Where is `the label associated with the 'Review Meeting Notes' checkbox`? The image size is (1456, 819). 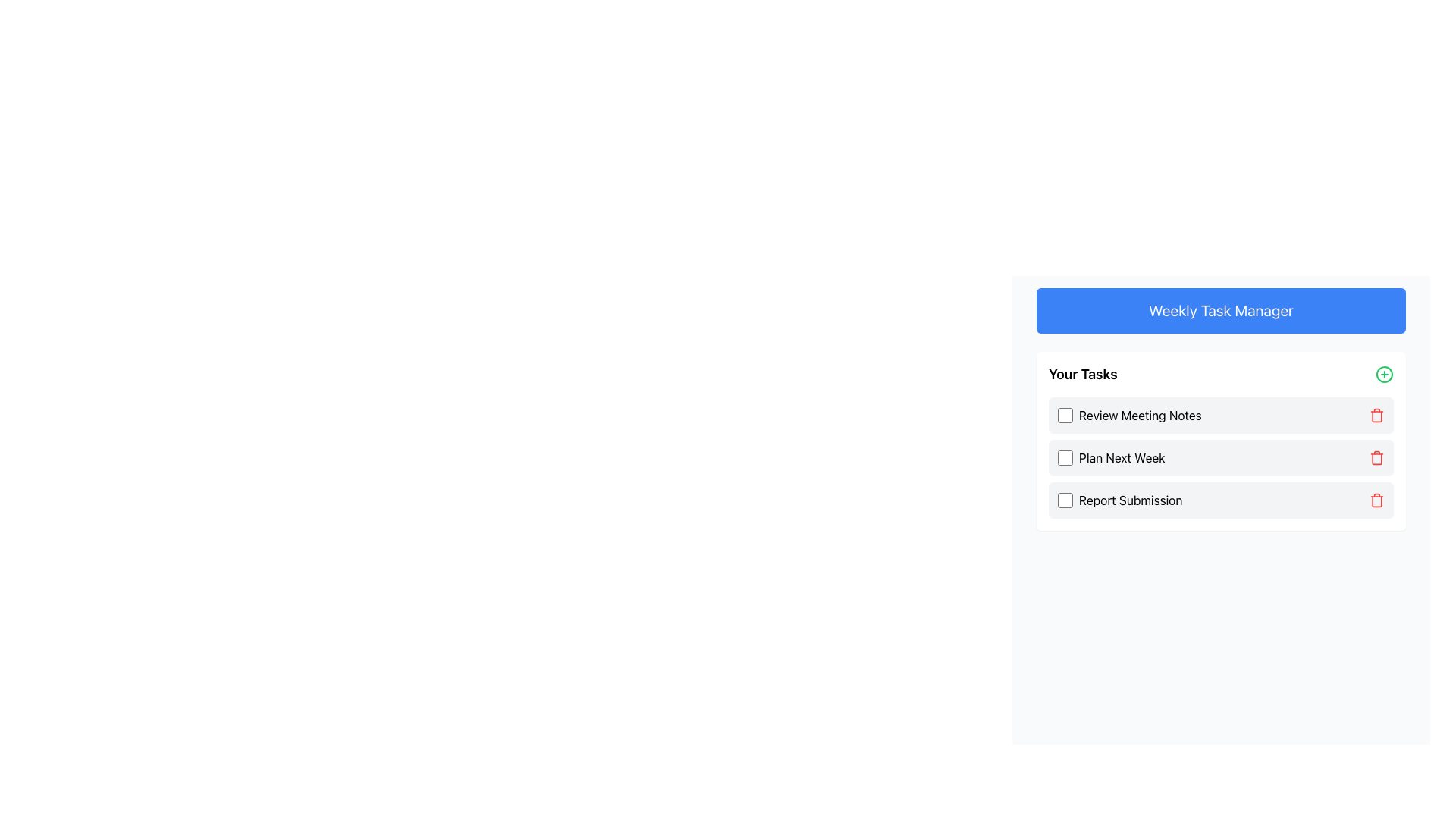
the label associated with the 'Review Meeting Notes' checkbox is located at coordinates (1129, 415).